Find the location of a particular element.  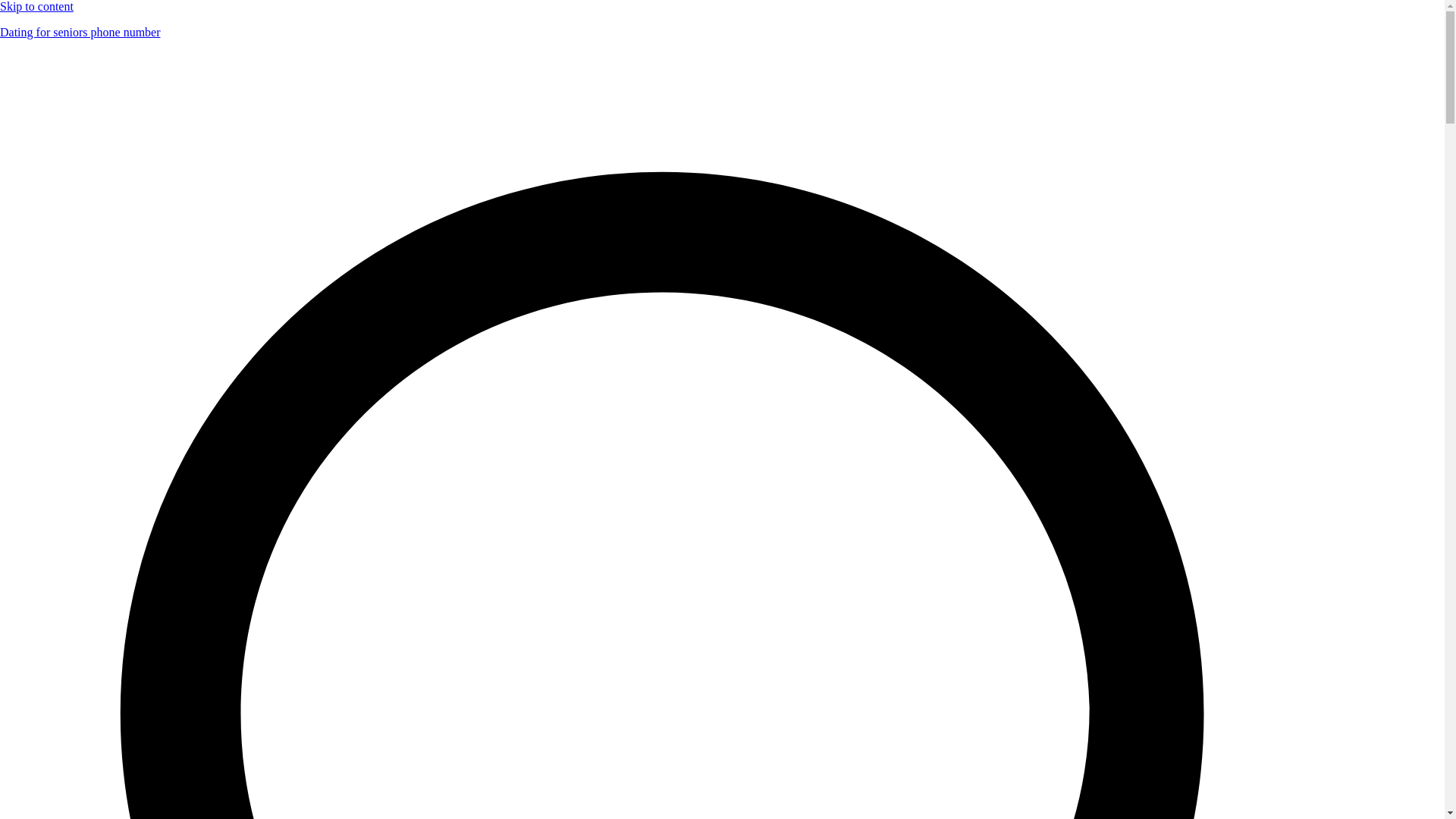

'Dating for seniors phone number' is located at coordinates (79, 32).